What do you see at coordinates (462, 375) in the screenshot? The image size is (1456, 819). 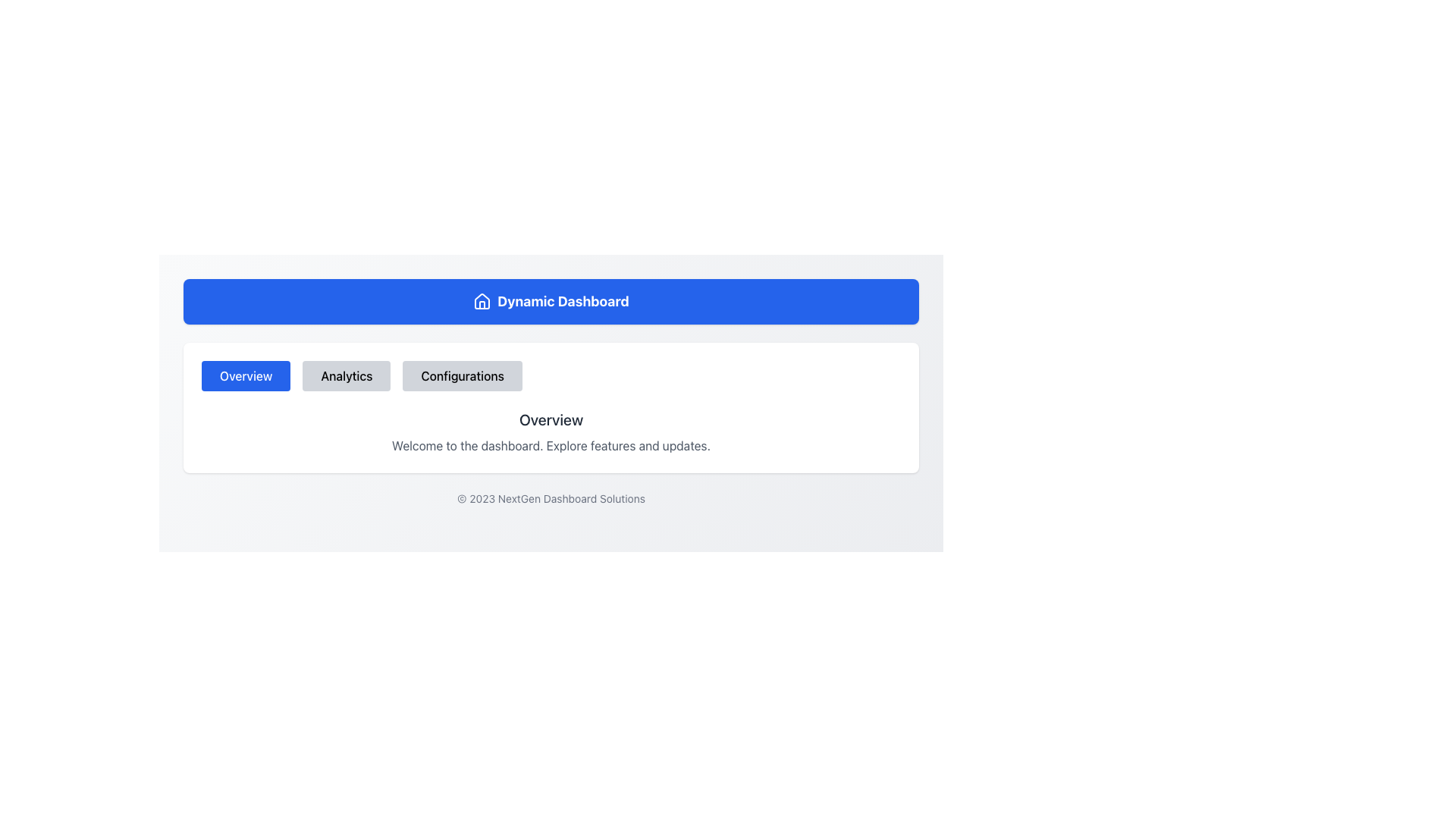 I see `the 'Configurations' navigation button, which is the third button in a row of three, to change its background color` at bounding box center [462, 375].